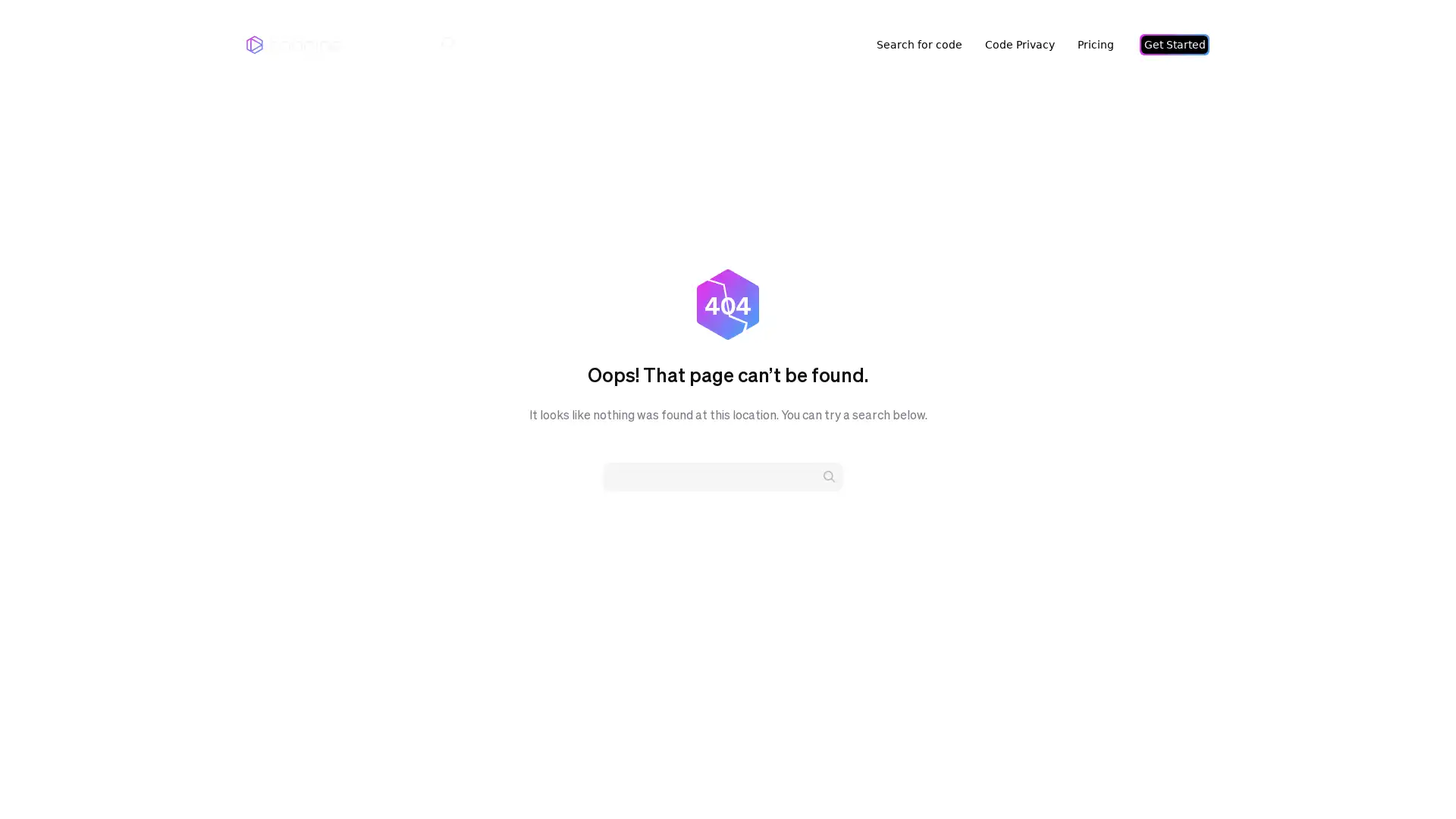  Describe the element at coordinates (1410, 778) in the screenshot. I see `Open` at that location.